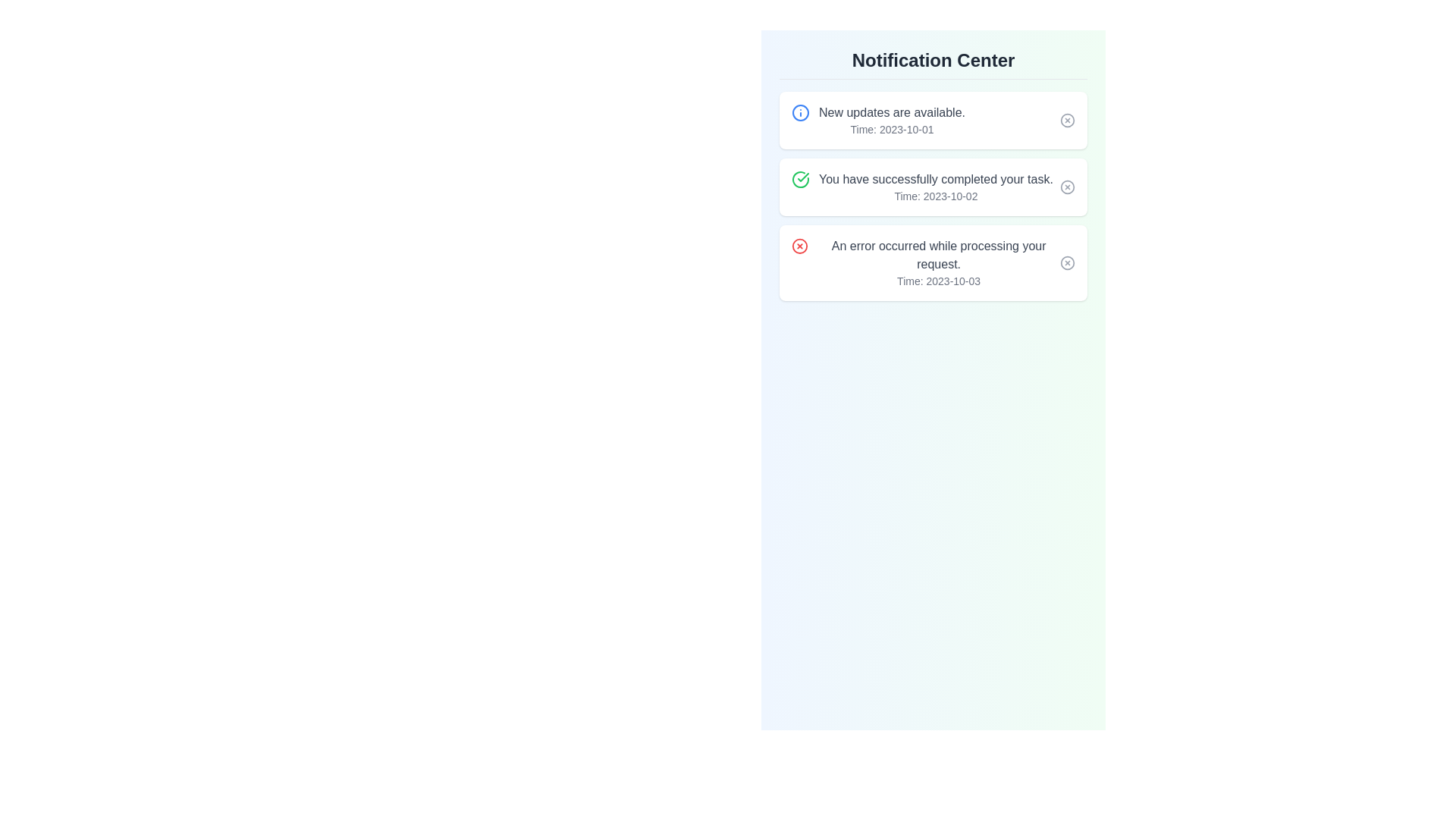 This screenshot has width=1456, height=819. What do you see at coordinates (800, 178) in the screenshot?
I see `the circular icon with a green border and a white center containing a green checkmark, located to the left of the text 'You have successfully completed your task.'` at bounding box center [800, 178].